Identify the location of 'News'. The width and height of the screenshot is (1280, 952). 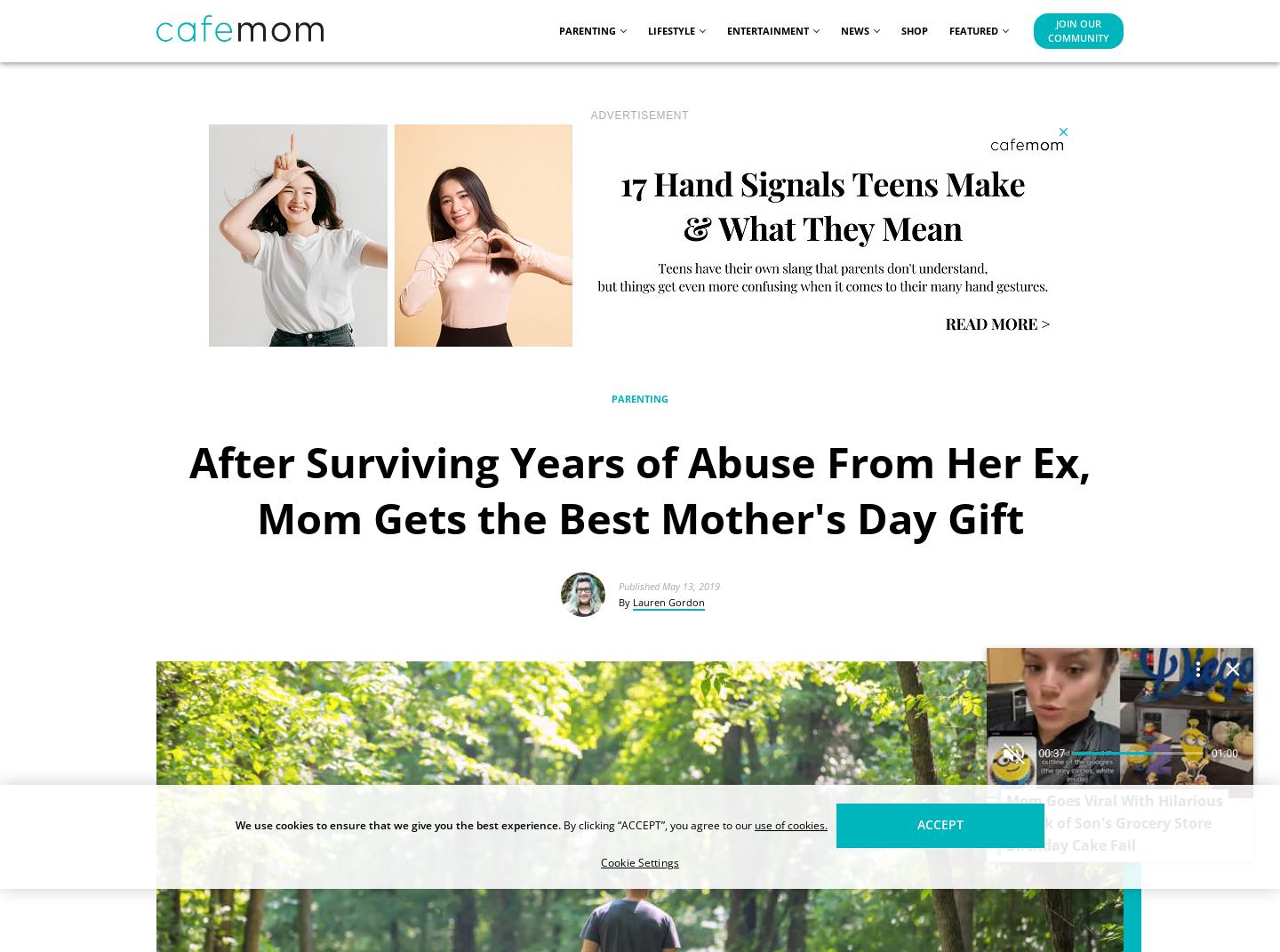
(854, 28).